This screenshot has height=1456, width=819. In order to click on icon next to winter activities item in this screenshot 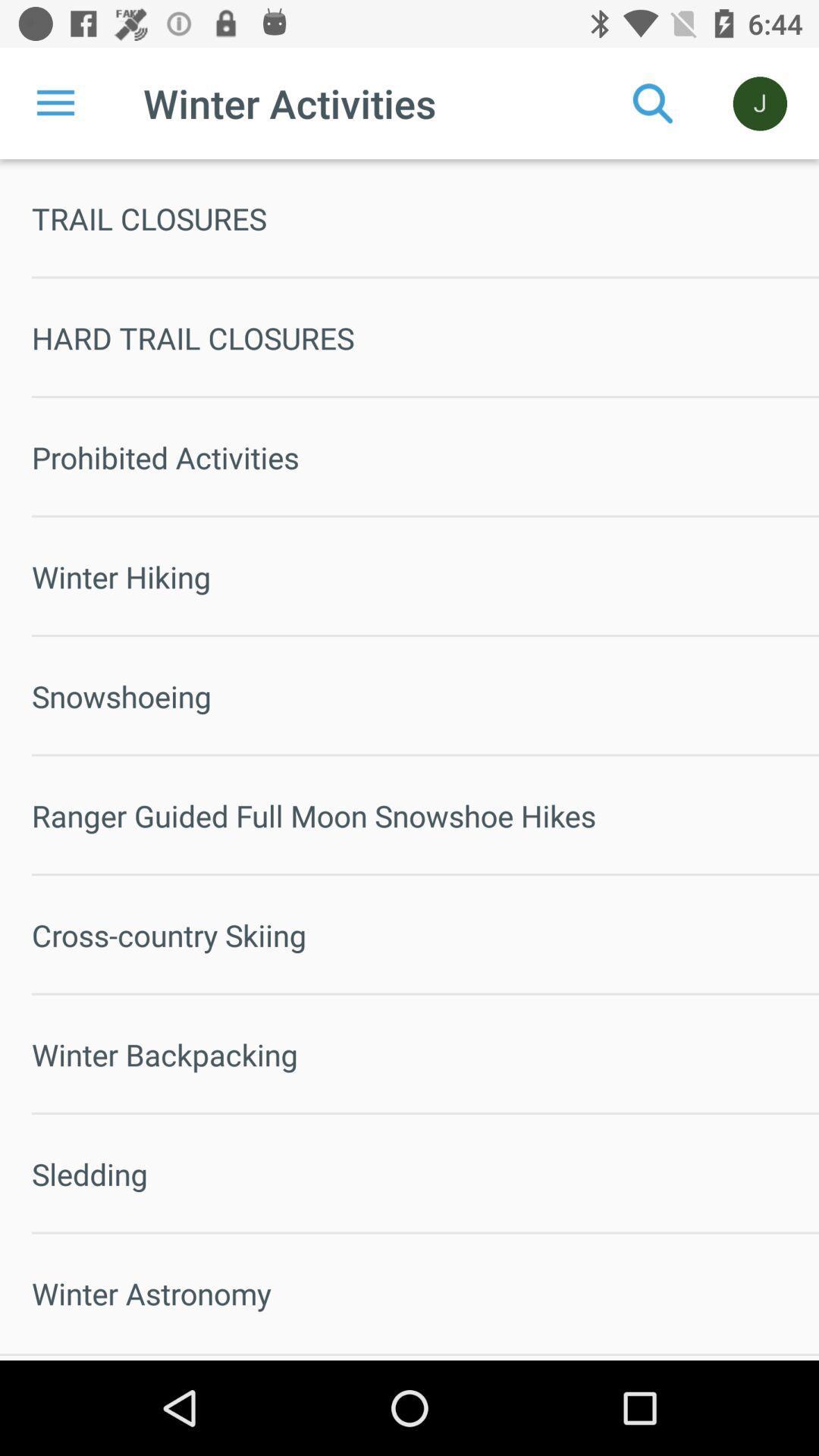, I will do `click(652, 102)`.